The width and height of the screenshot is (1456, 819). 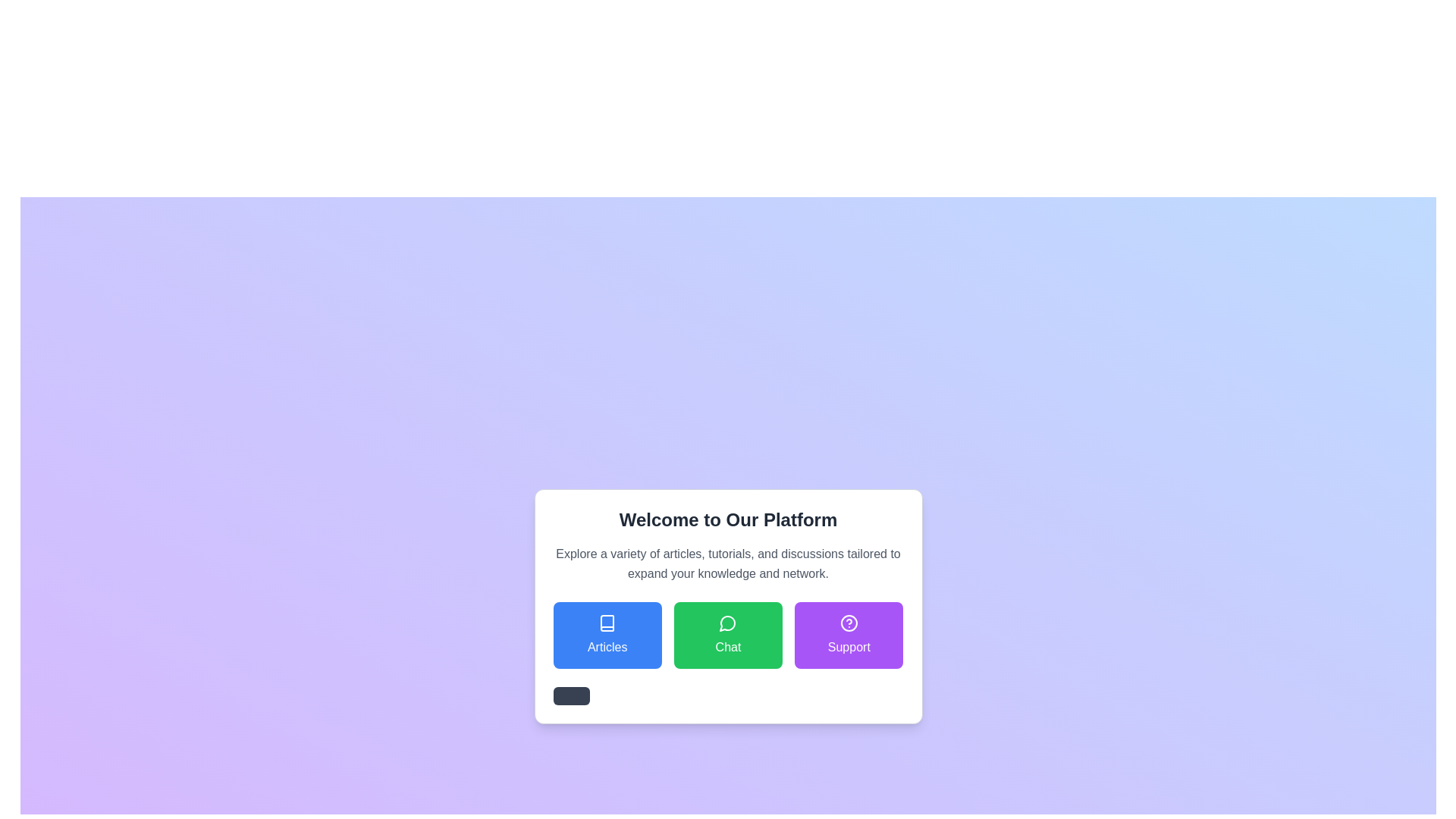 I want to click on the 'Articles' text label, which is part of a blue button structure and is located at the lower section of the button, the leftmost in a group of three buttons, so click(x=607, y=647).